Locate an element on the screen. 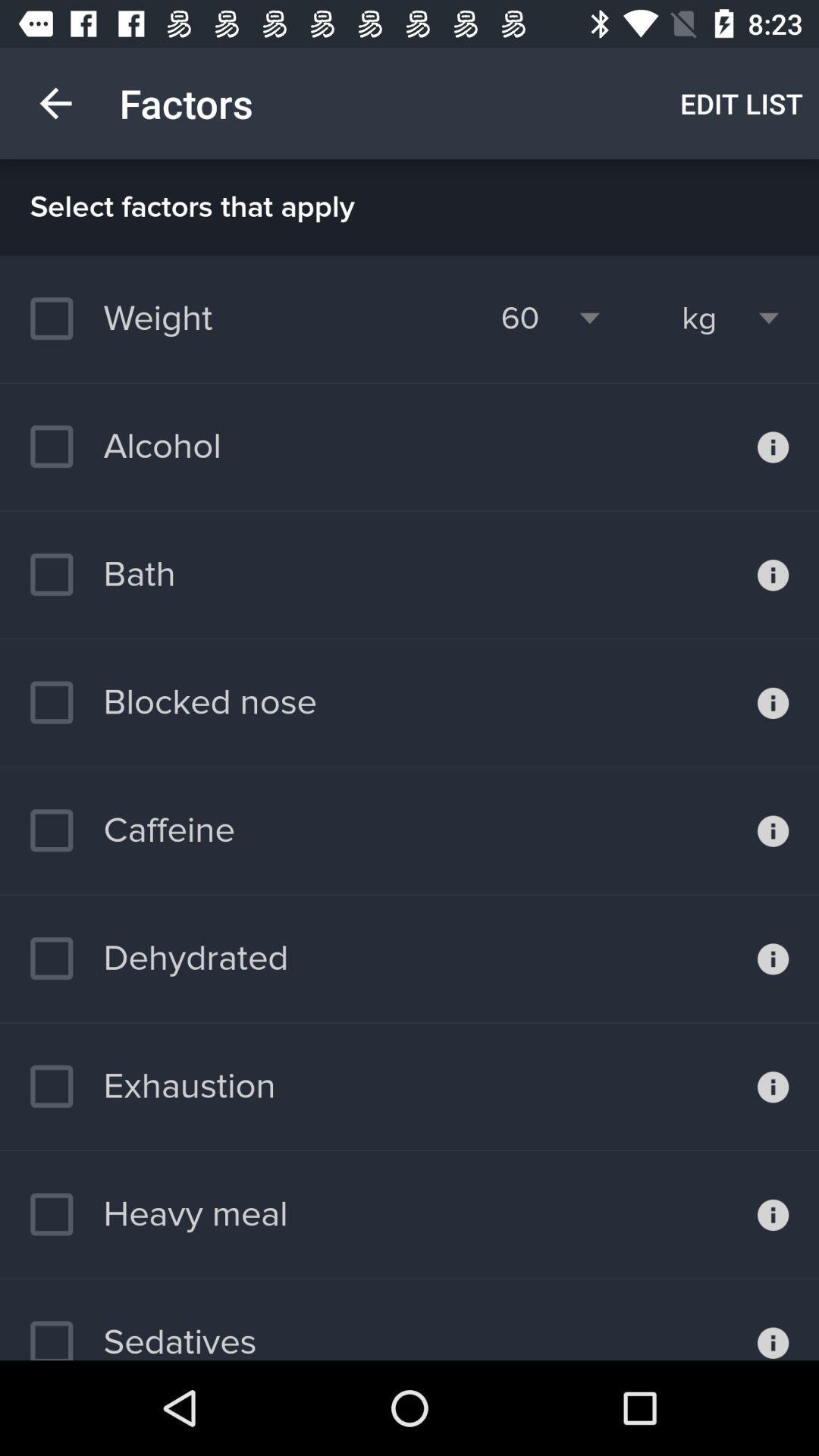 Image resolution: width=819 pixels, height=1456 pixels. weight item is located at coordinates (128, 318).